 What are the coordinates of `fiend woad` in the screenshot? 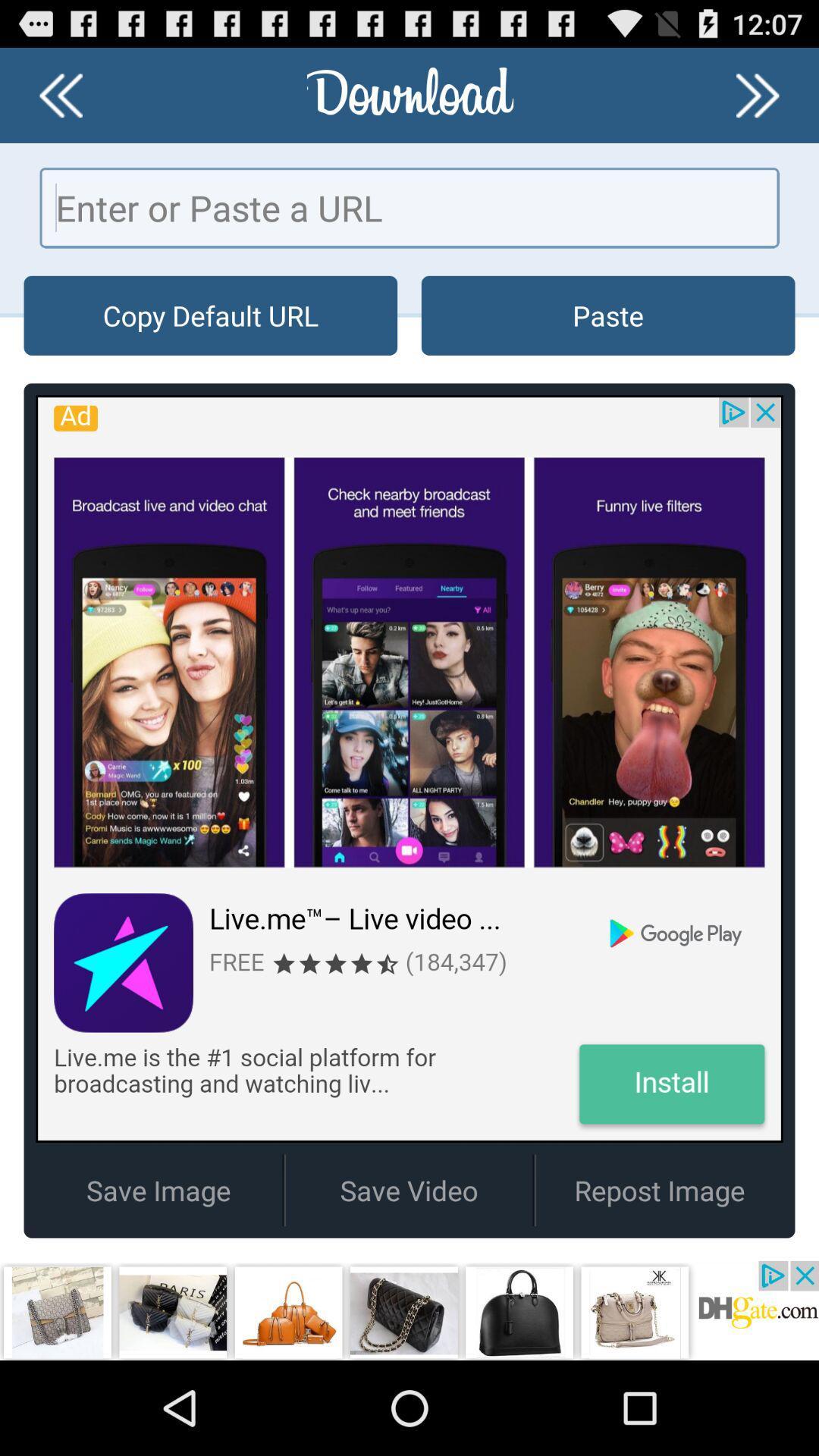 It's located at (758, 94).